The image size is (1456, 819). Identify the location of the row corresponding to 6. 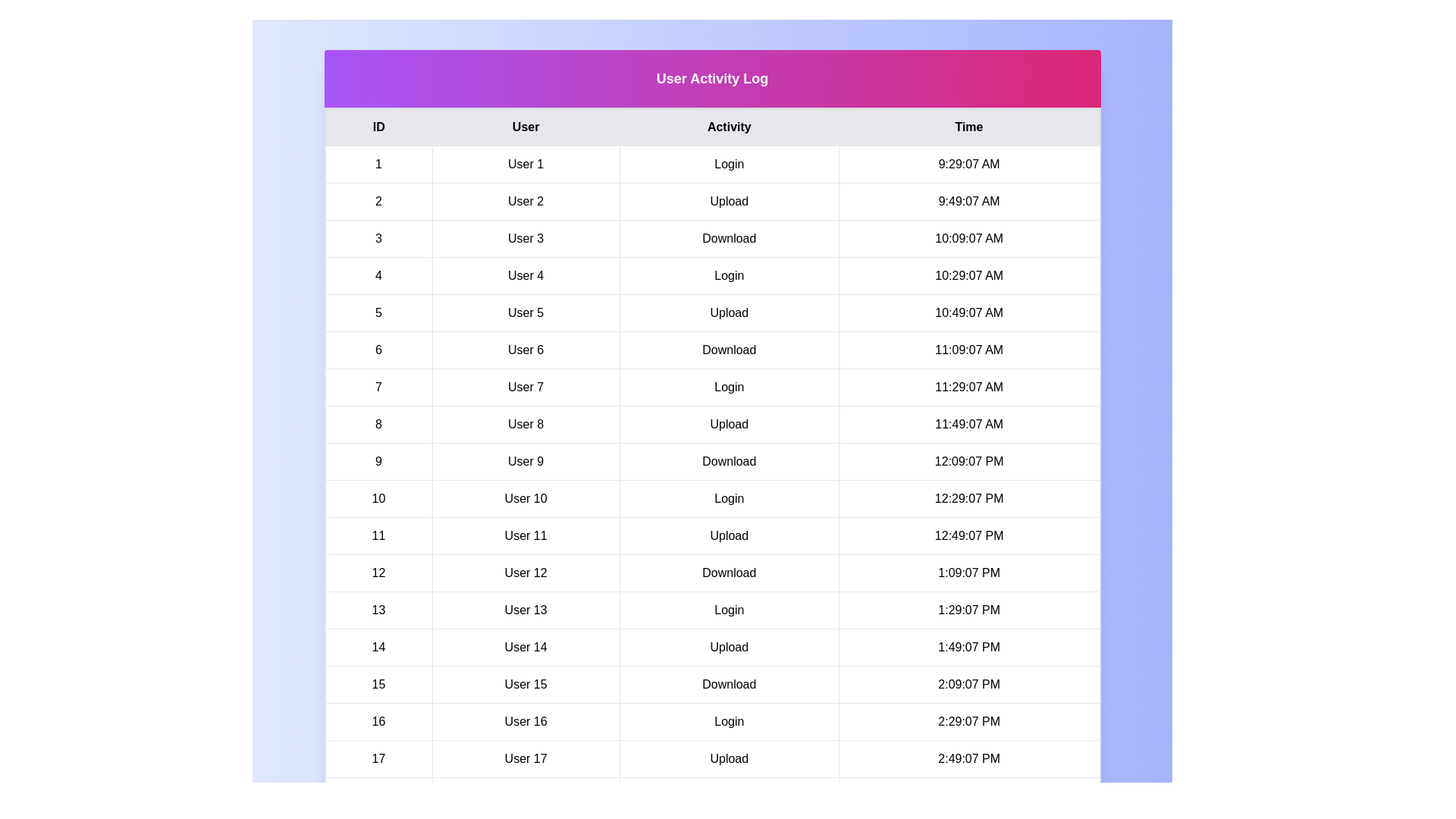
(711, 350).